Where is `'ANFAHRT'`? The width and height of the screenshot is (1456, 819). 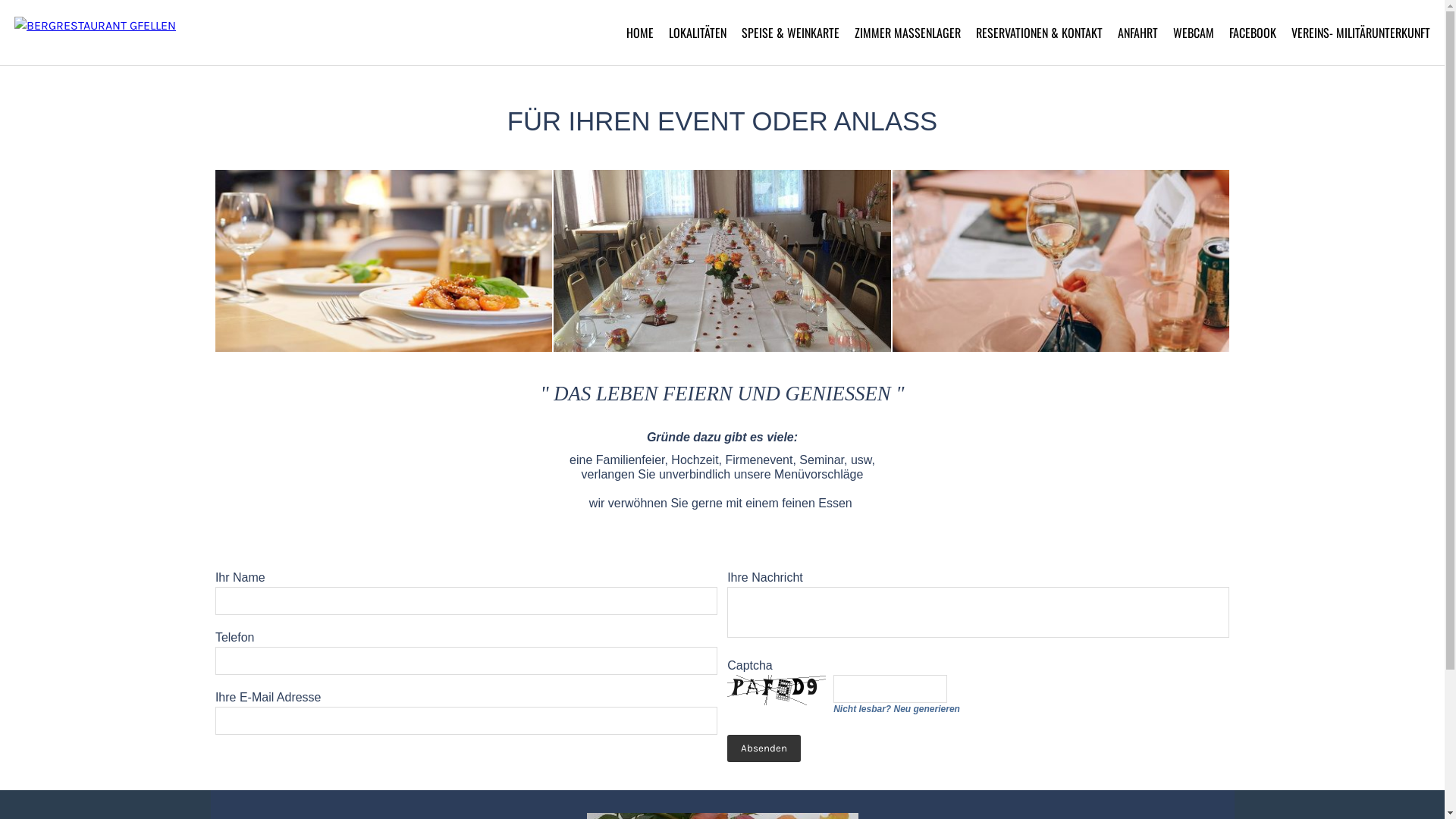
'ANFAHRT' is located at coordinates (1137, 32).